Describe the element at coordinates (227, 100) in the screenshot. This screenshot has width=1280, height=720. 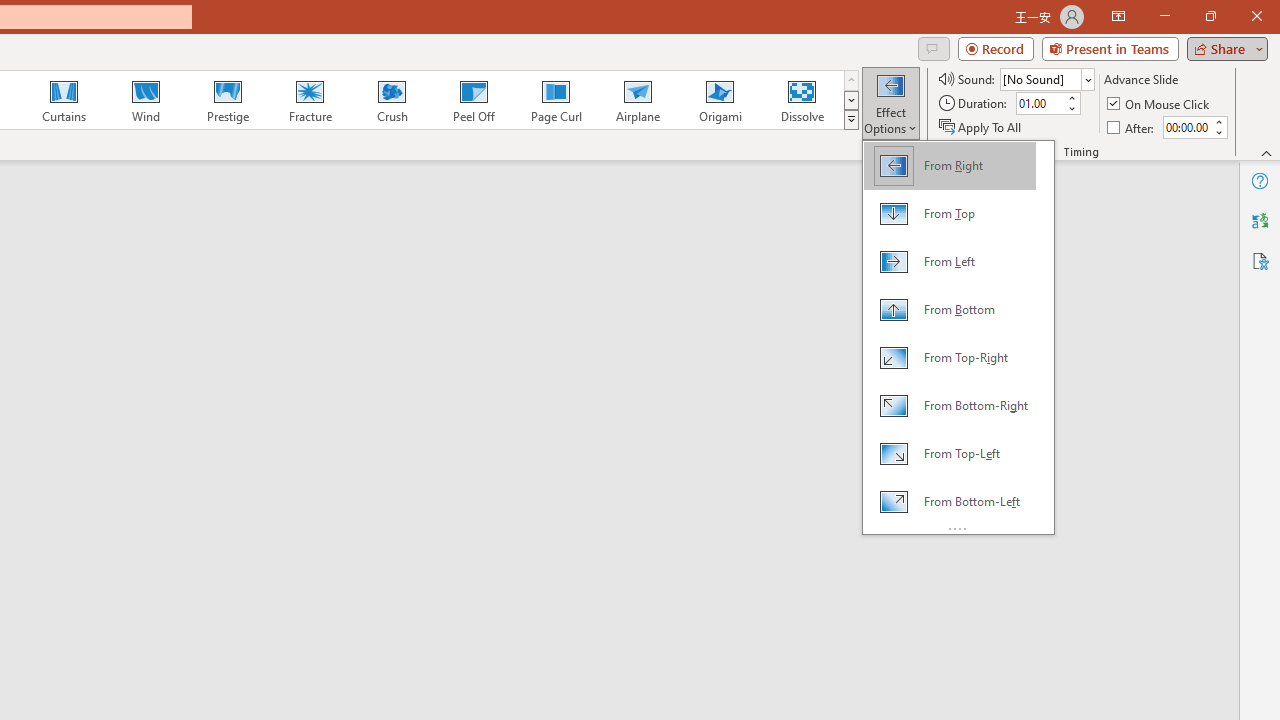
I see `'Prestige'` at that location.